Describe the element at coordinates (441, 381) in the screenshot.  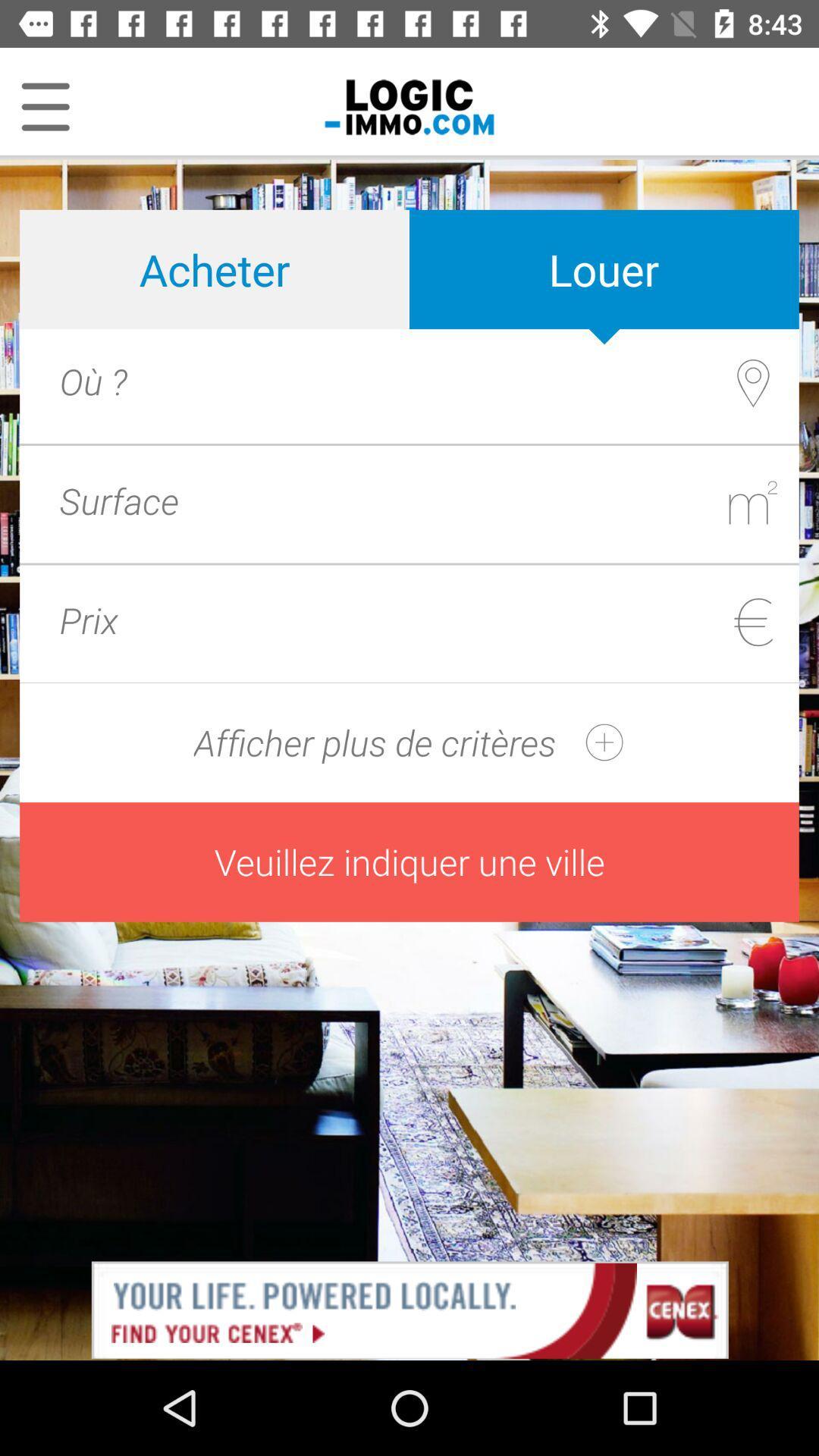
I see `location` at that location.